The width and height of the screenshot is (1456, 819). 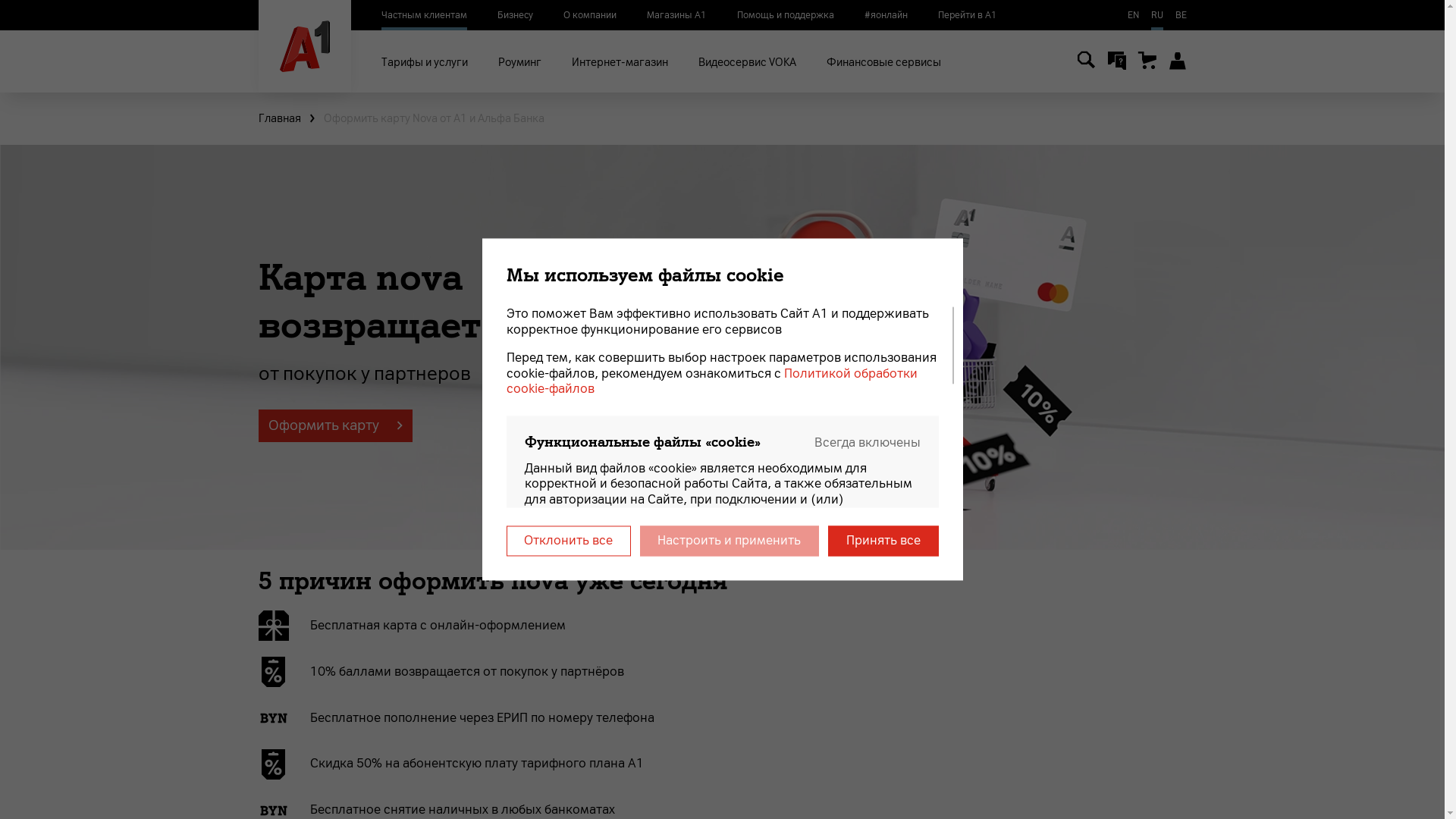 I want to click on 'BE', so click(x=1180, y=14).